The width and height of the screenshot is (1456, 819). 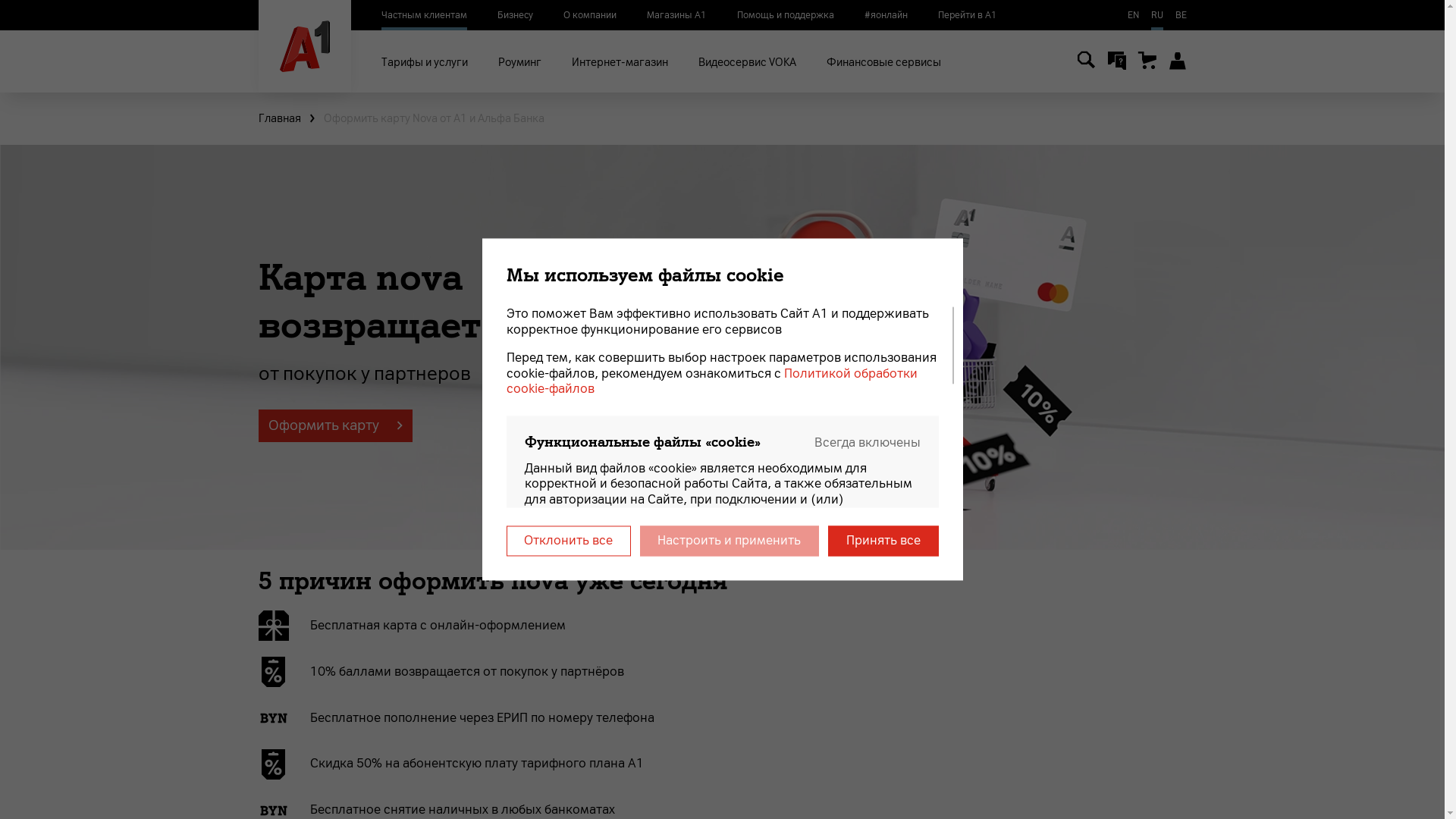 I want to click on 'BE', so click(x=1180, y=14).